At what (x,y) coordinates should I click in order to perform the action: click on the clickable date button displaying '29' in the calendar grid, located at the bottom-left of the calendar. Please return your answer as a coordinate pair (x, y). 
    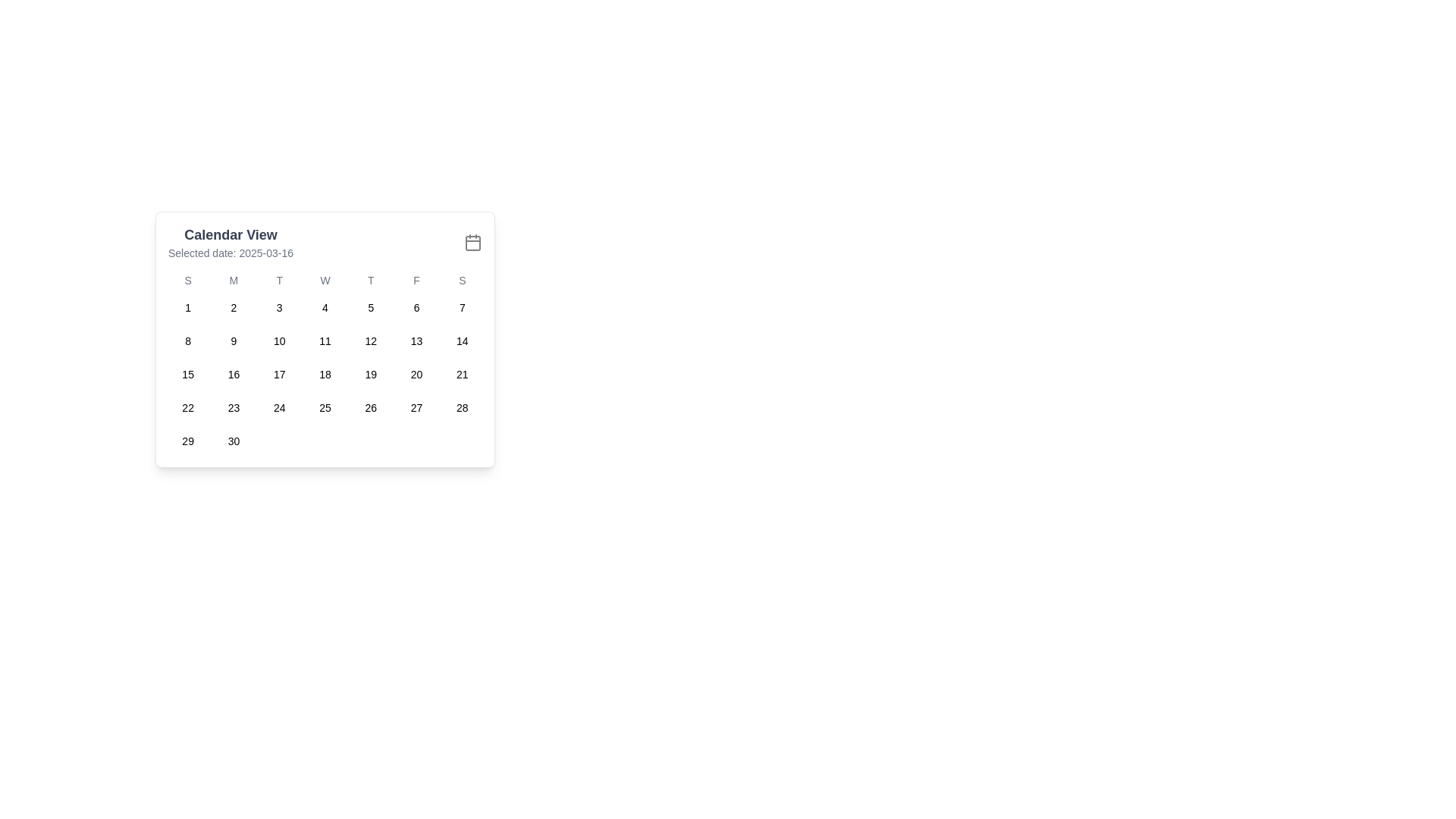
    Looking at the image, I should click on (187, 441).